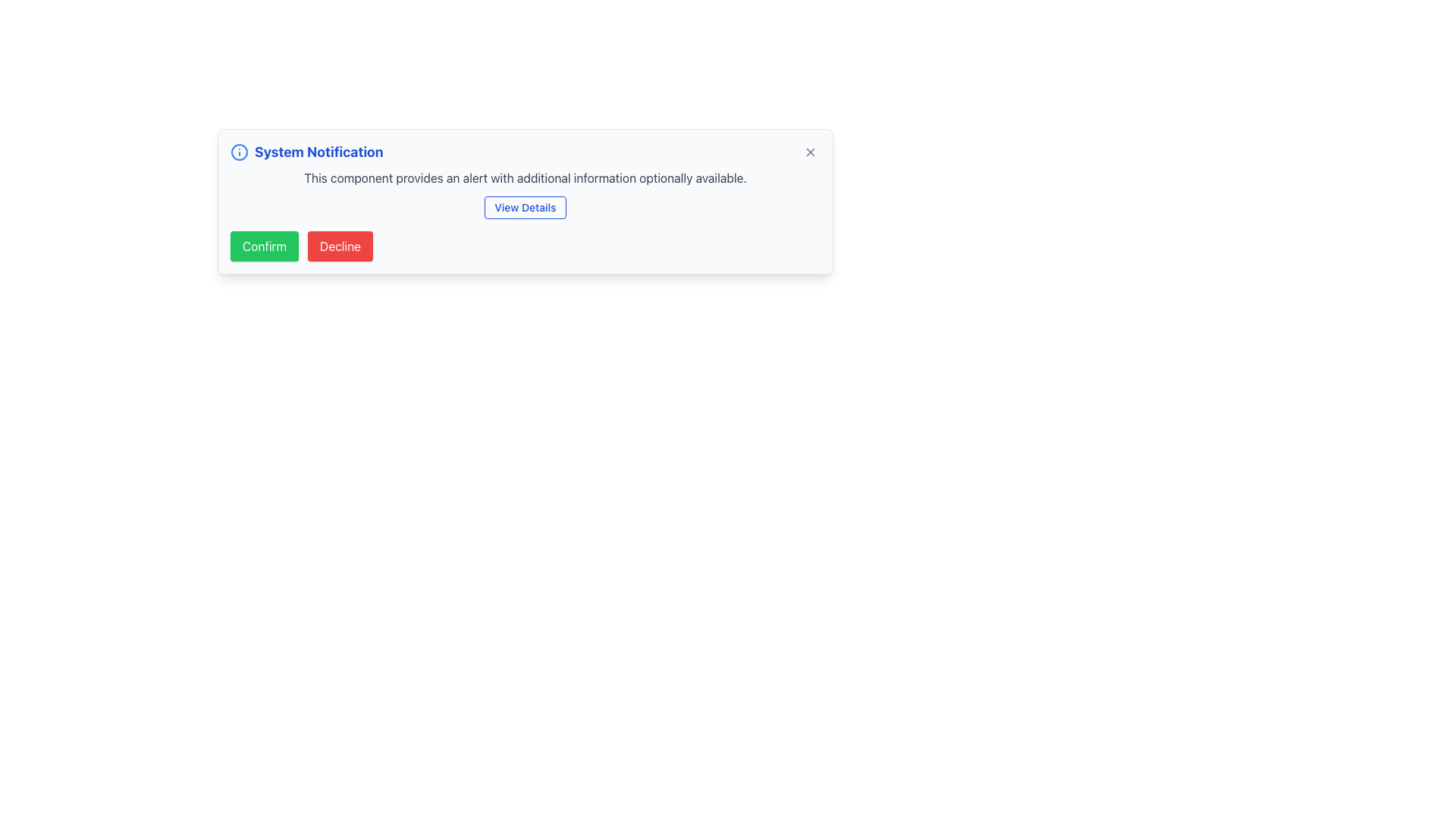 This screenshot has height=819, width=1456. What do you see at coordinates (339, 245) in the screenshot?
I see `the 'Decline' button, which is the second button in a horizontal grouping located to the right of the 'Confirm' button` at bounding box center [339, 245].